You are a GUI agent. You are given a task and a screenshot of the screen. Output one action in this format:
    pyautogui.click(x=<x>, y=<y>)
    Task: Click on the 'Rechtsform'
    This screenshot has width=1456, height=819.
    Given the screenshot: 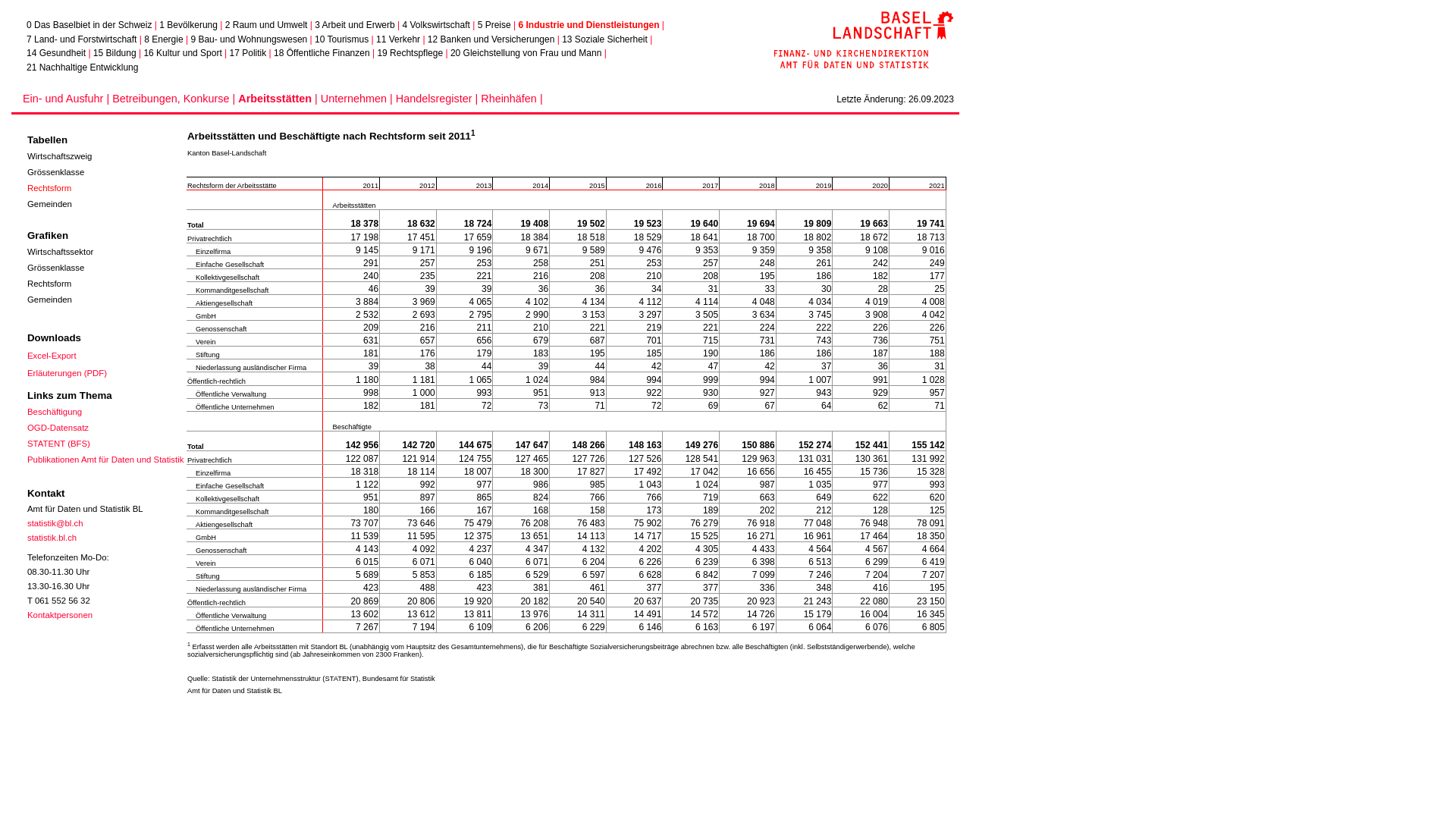 What is the action you would take?
    pyautogui.click(x=49, y=187)
    